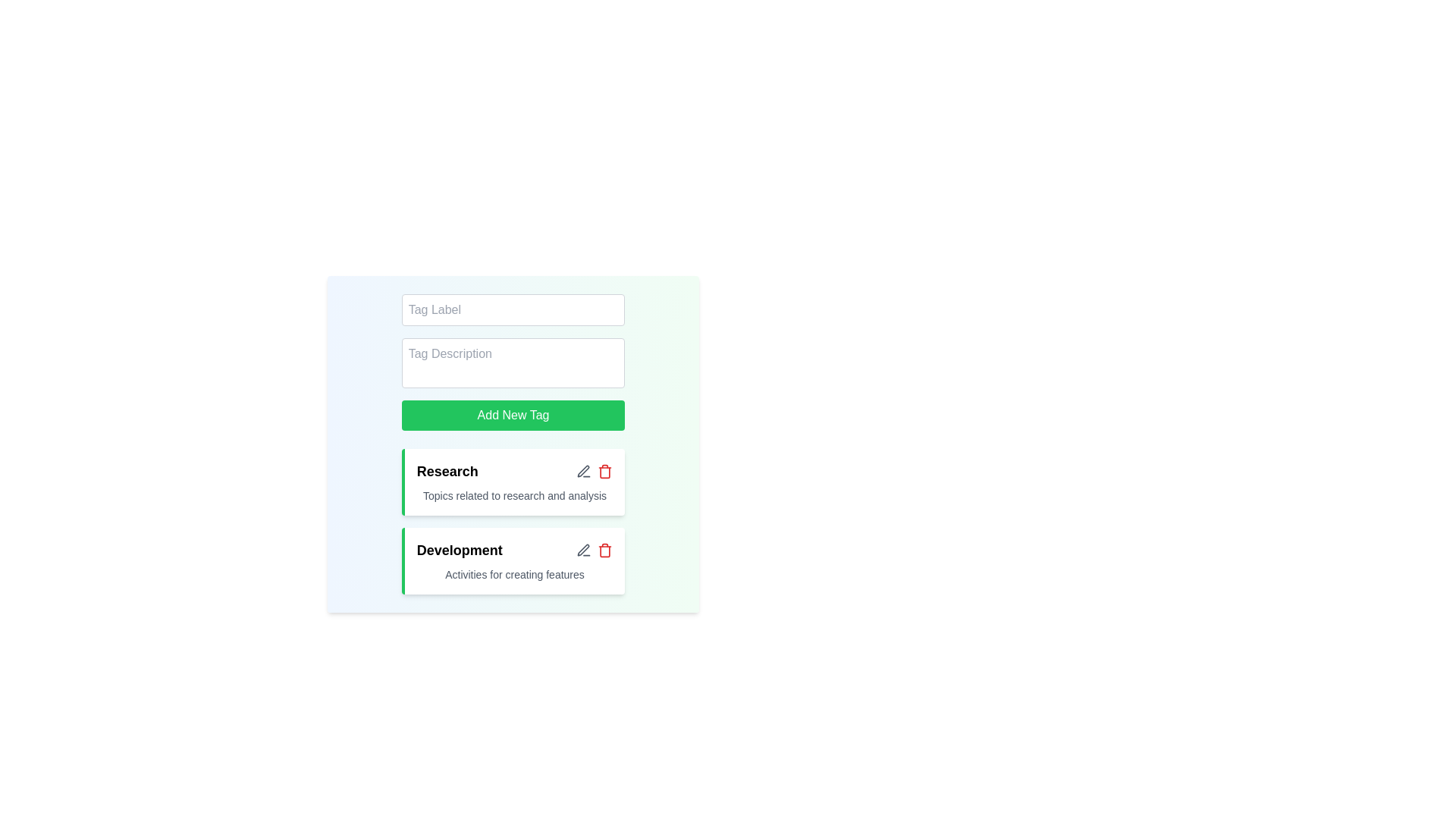 The image size is (1456, 819). I want to click on the pen icon in the control panel for the 'Research' item, so click(593, 470).